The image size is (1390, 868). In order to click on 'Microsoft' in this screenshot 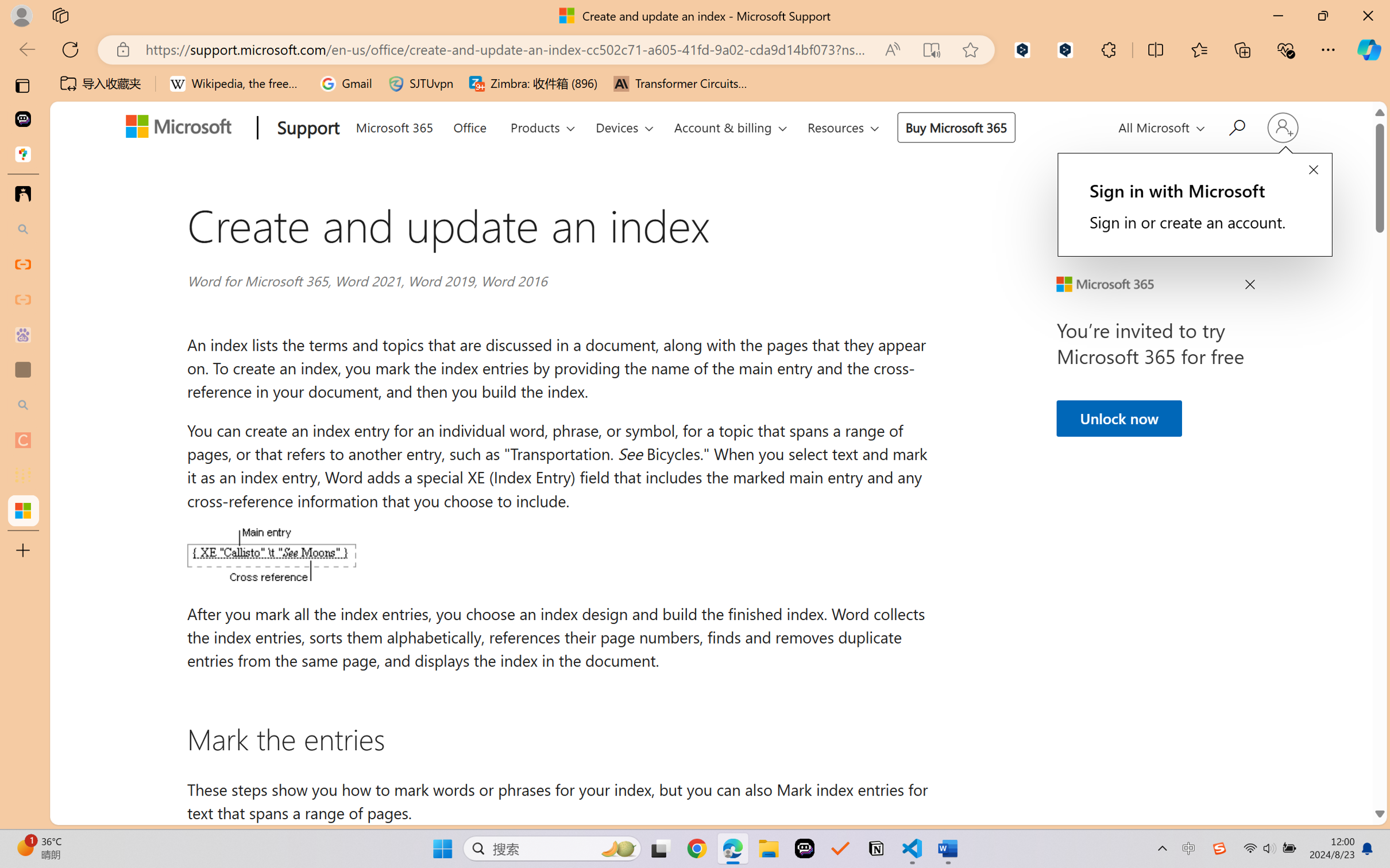, I will do `click(182, 129)`.